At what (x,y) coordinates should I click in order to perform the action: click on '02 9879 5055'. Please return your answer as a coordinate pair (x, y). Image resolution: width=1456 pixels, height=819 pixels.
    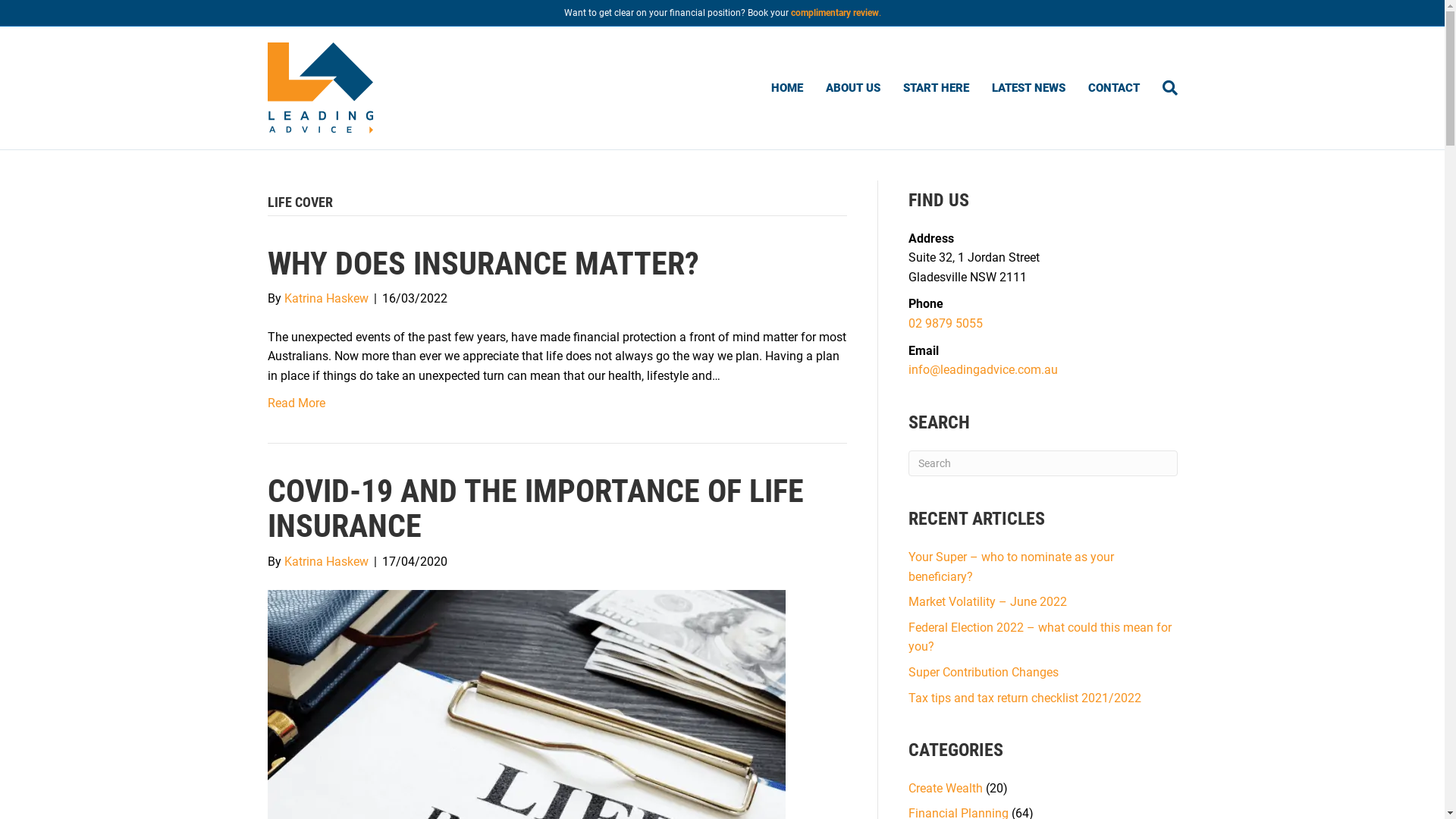
    Looking at the image, I should click on (945, 322).